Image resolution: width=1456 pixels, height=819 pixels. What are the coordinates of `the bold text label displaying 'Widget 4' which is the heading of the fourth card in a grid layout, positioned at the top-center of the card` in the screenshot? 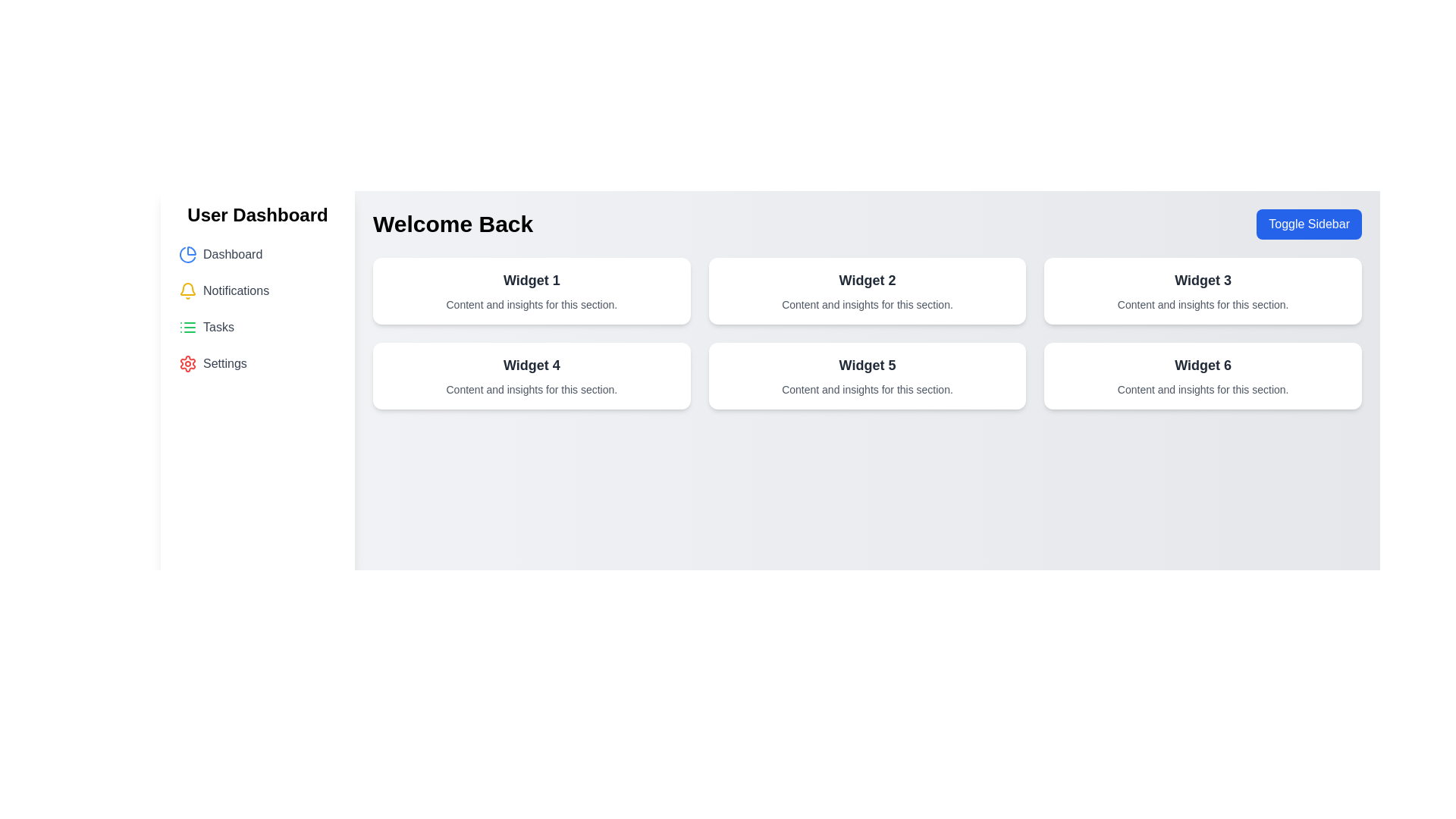 It's located at (532, 366).